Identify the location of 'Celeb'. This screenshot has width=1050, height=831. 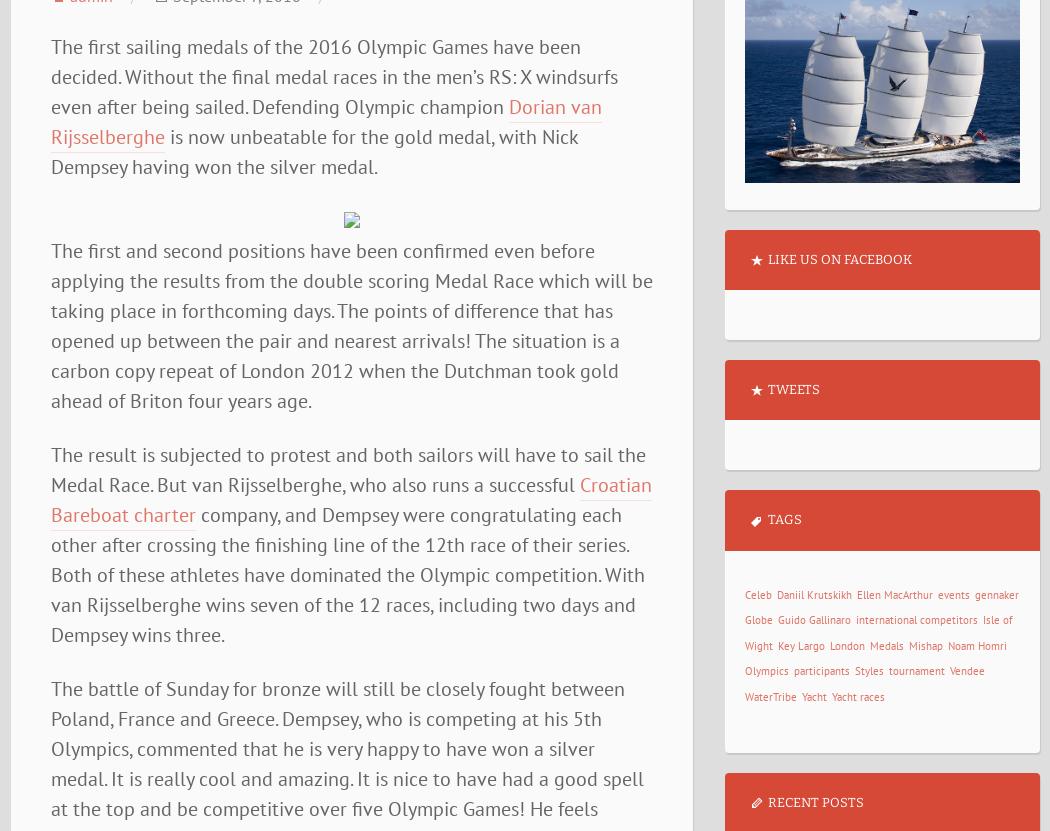
(757, 593).